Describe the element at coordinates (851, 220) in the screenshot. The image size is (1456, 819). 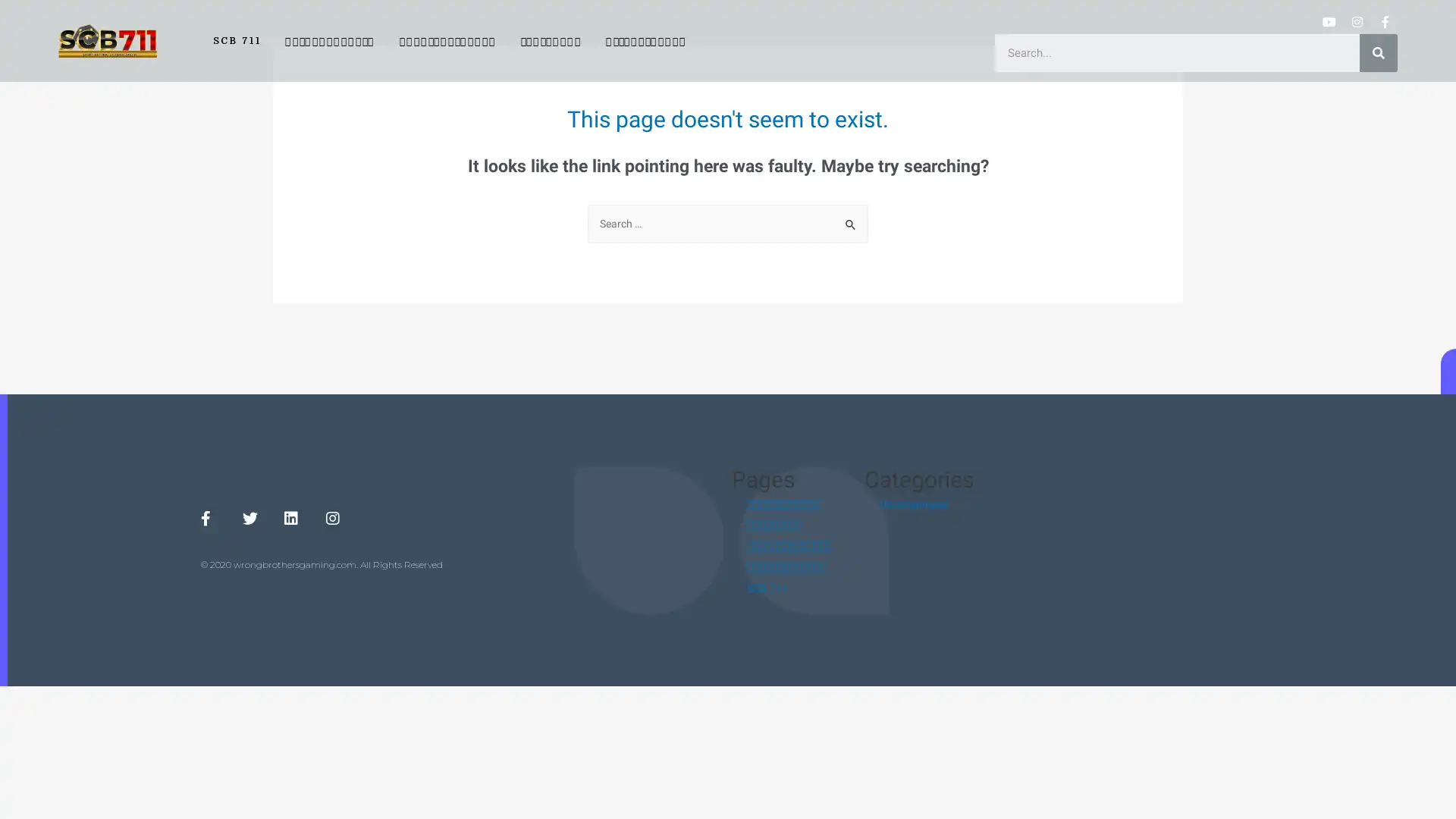
I see `Search` at that location.